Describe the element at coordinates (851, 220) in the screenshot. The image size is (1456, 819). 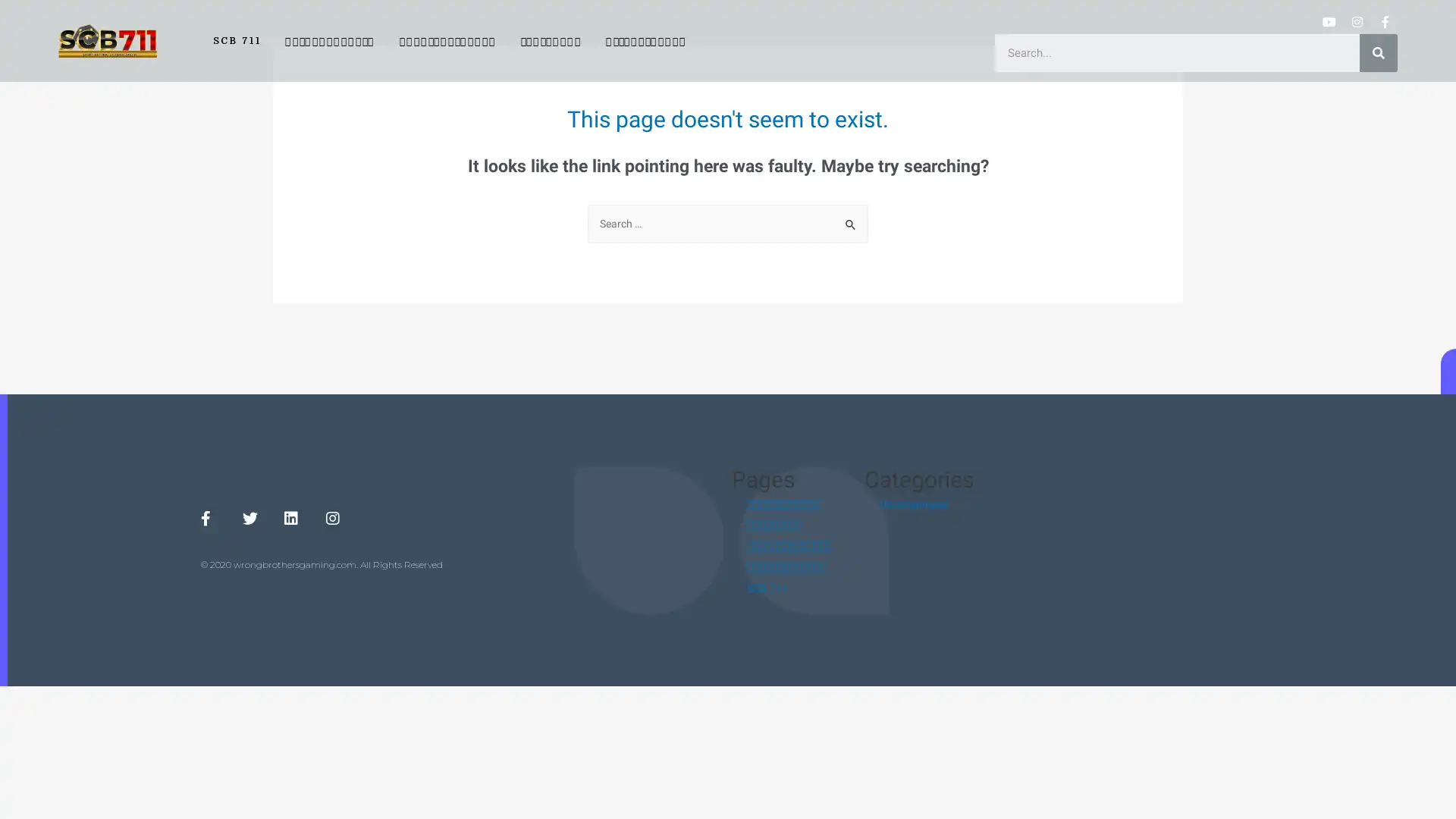
I see `Search` at that location.